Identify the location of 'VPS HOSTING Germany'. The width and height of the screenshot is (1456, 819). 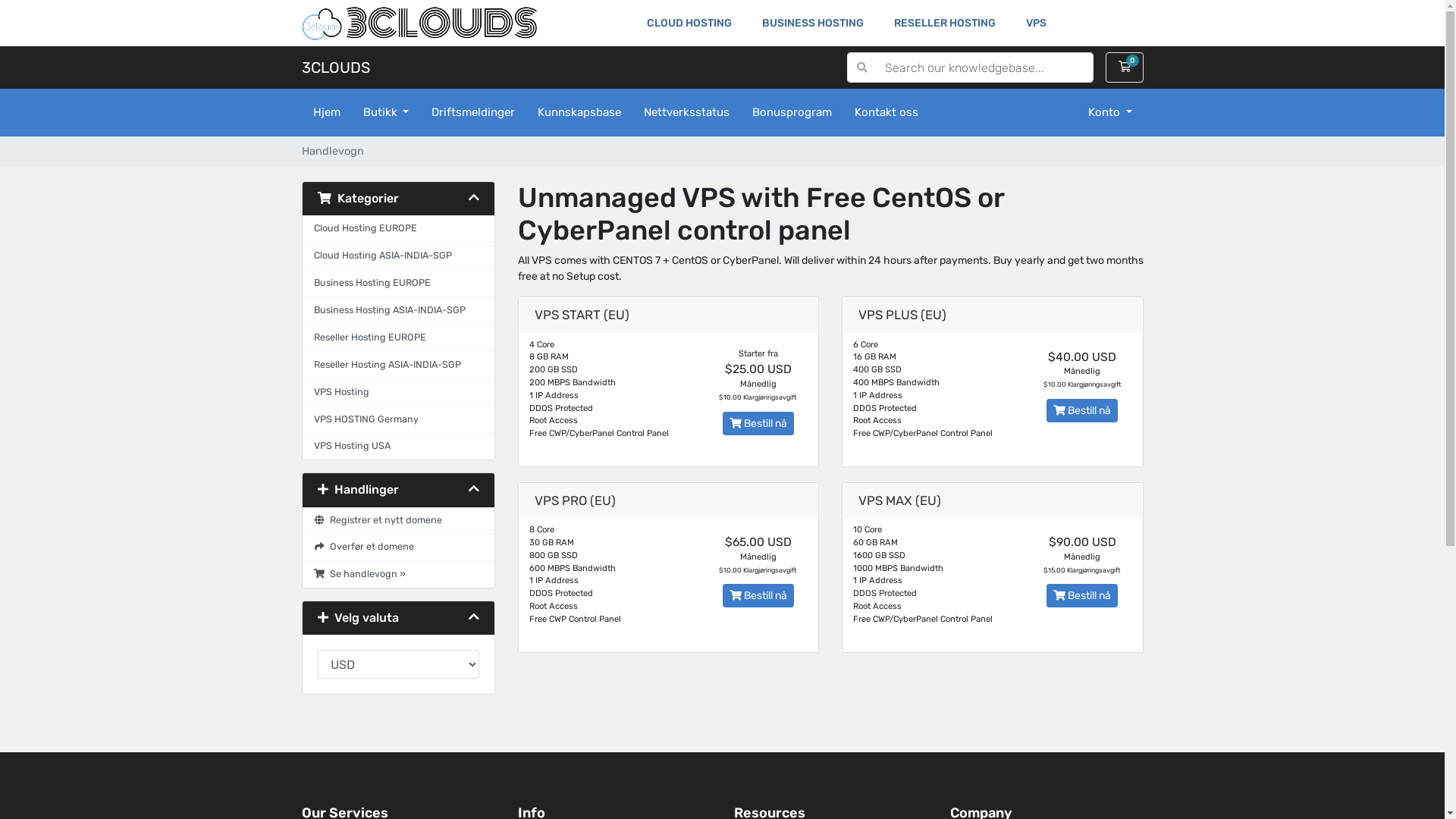
(302, 420).